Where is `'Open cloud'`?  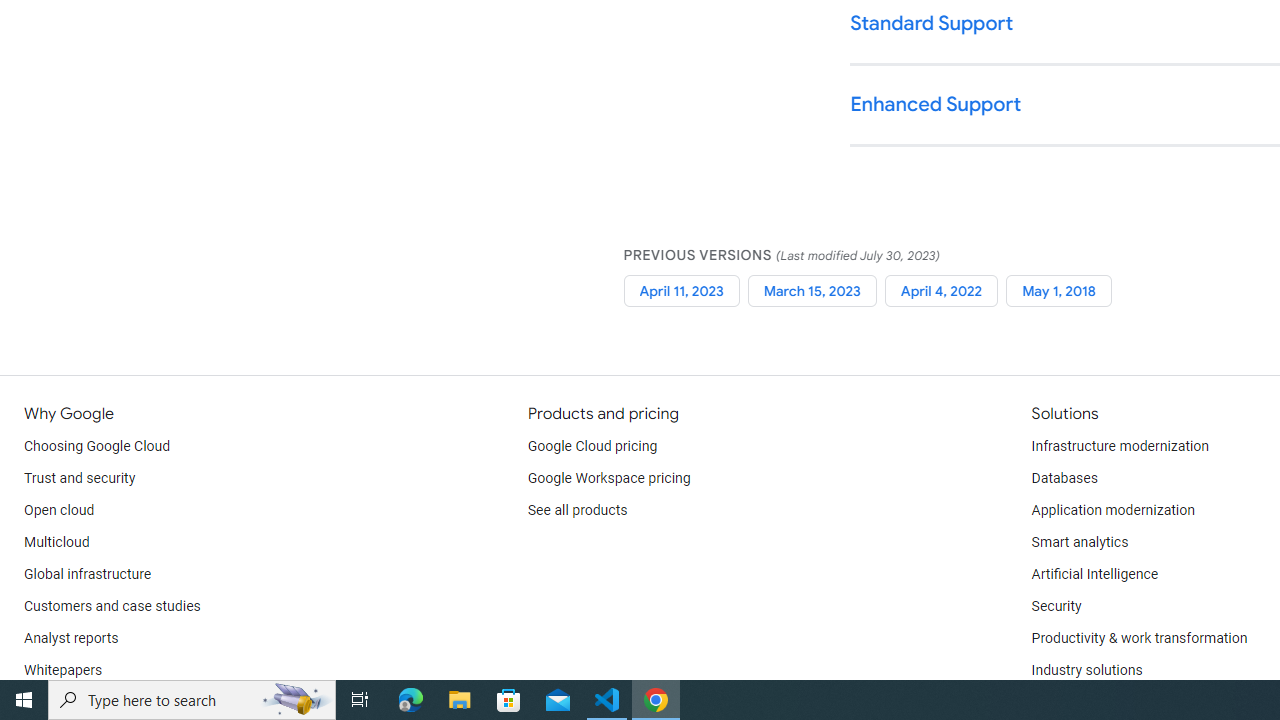 'Open cloud' is located at coordinates (59, 510).